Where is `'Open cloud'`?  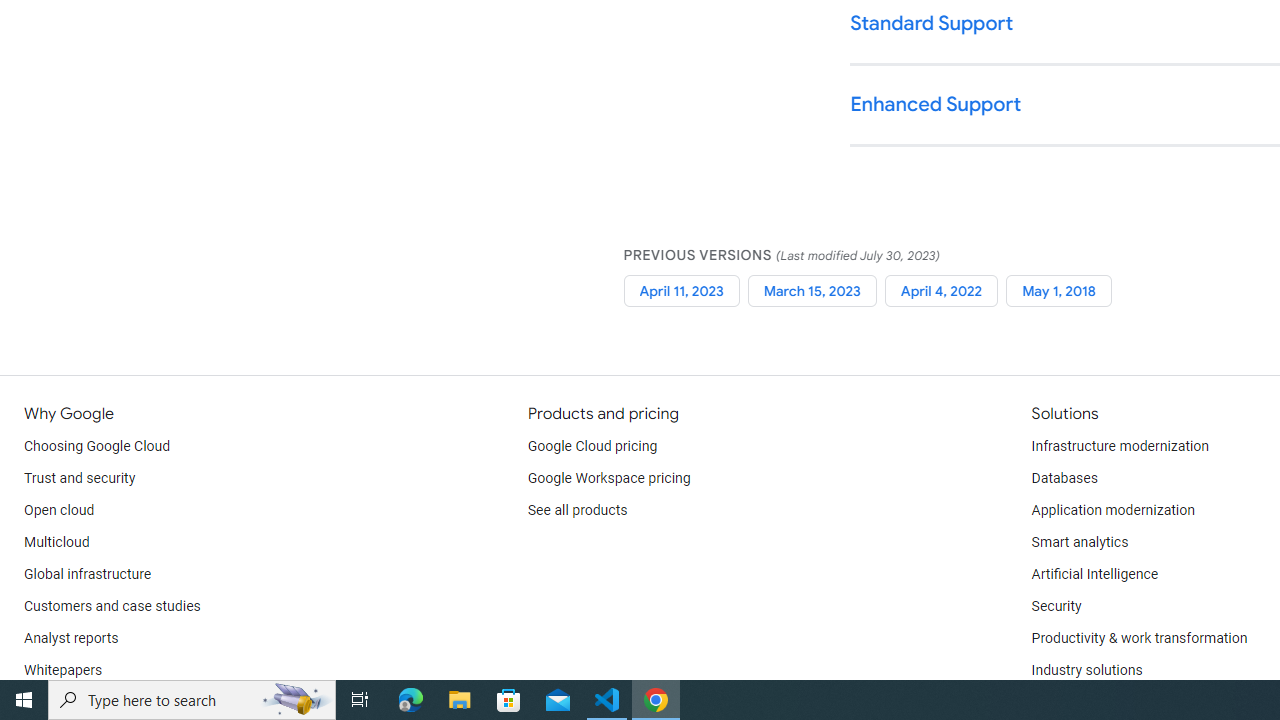 'Open cloud' is located at coordinates (59, 510).